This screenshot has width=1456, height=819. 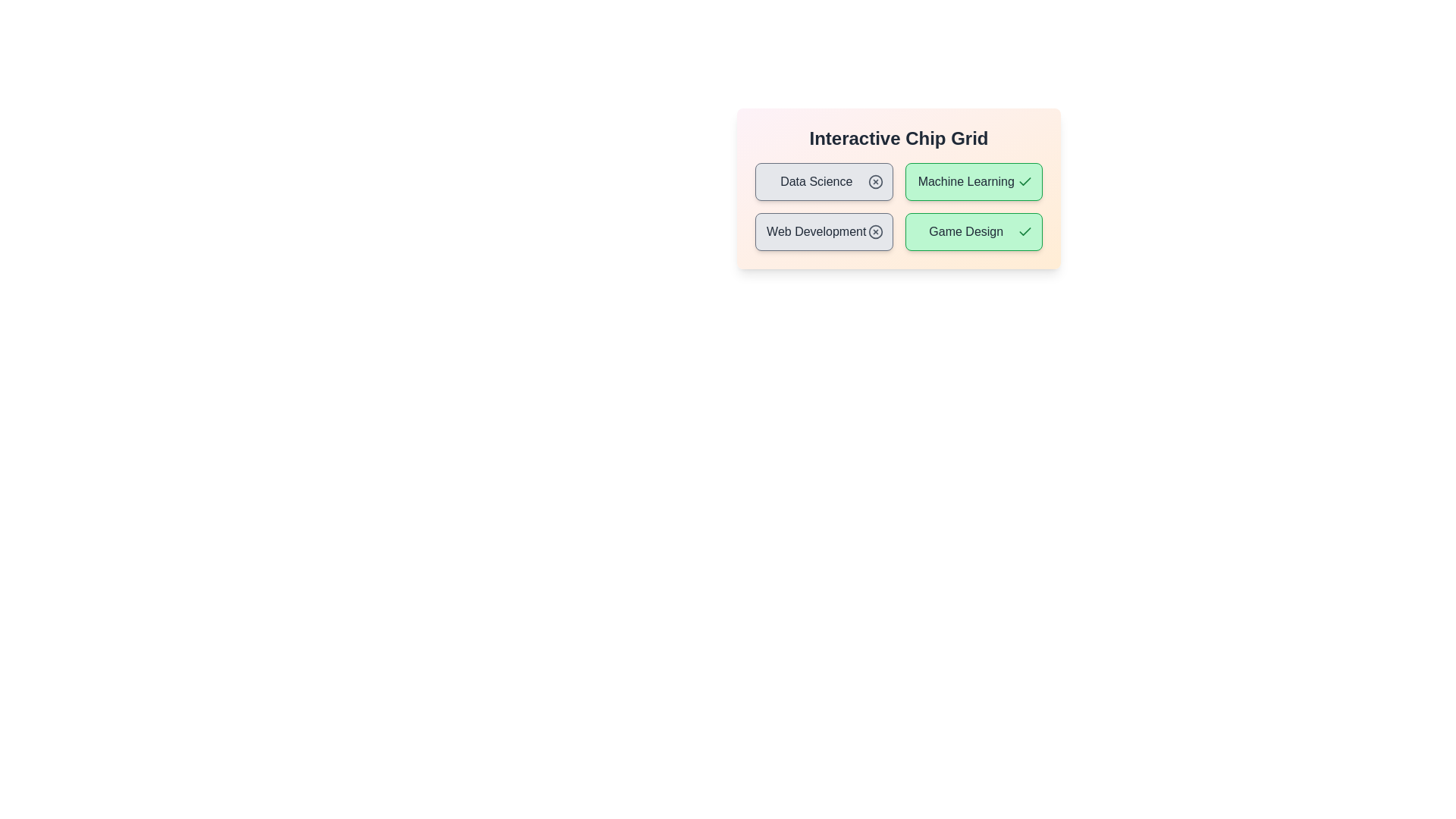 What do you see at coordinates (823, 231) in the screenshot?
I see `the chip labeled Web Development to toggle its activation state` at bounding box center [823, 231].